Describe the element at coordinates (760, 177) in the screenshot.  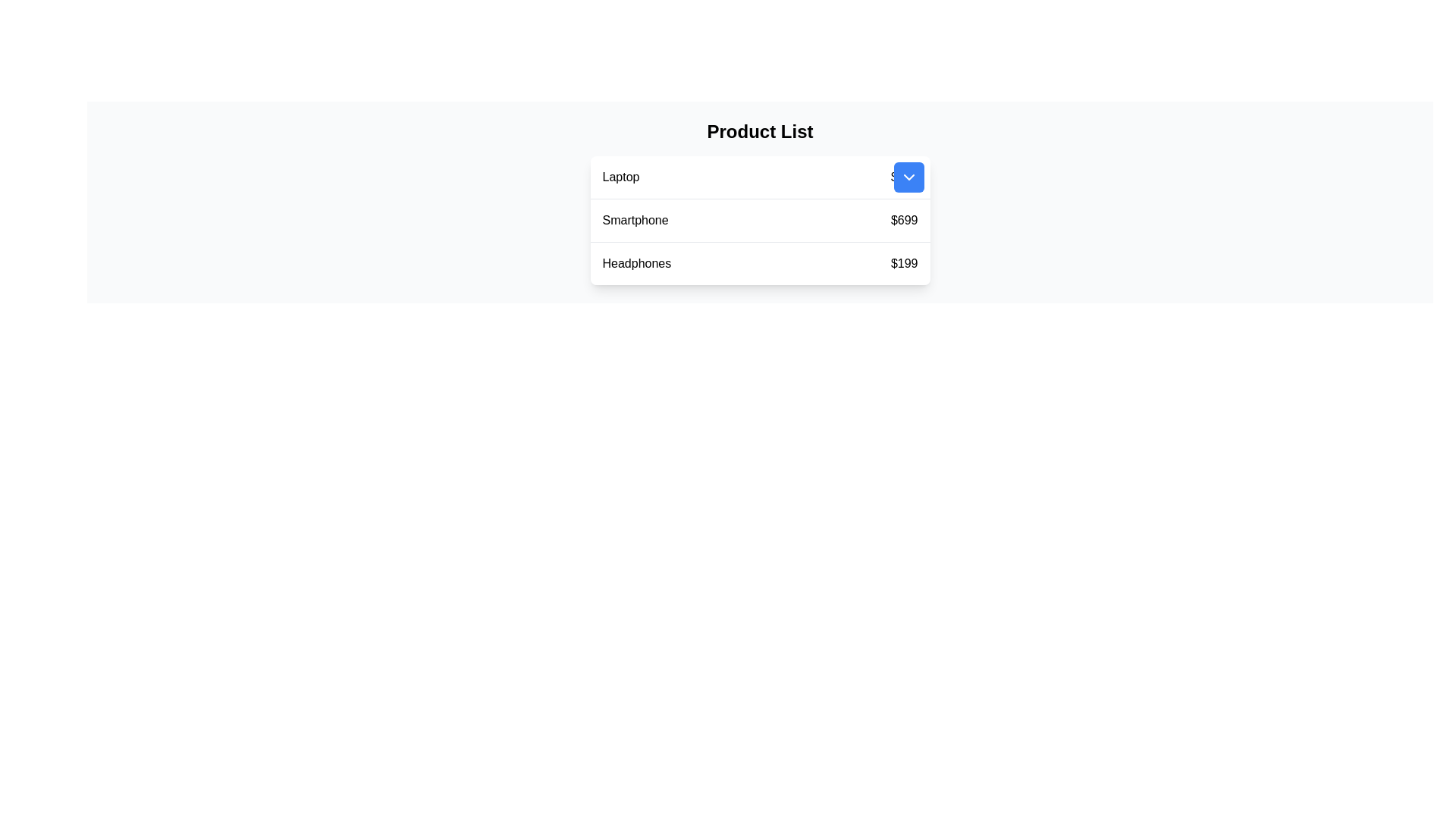
I see `the first item` at that location.